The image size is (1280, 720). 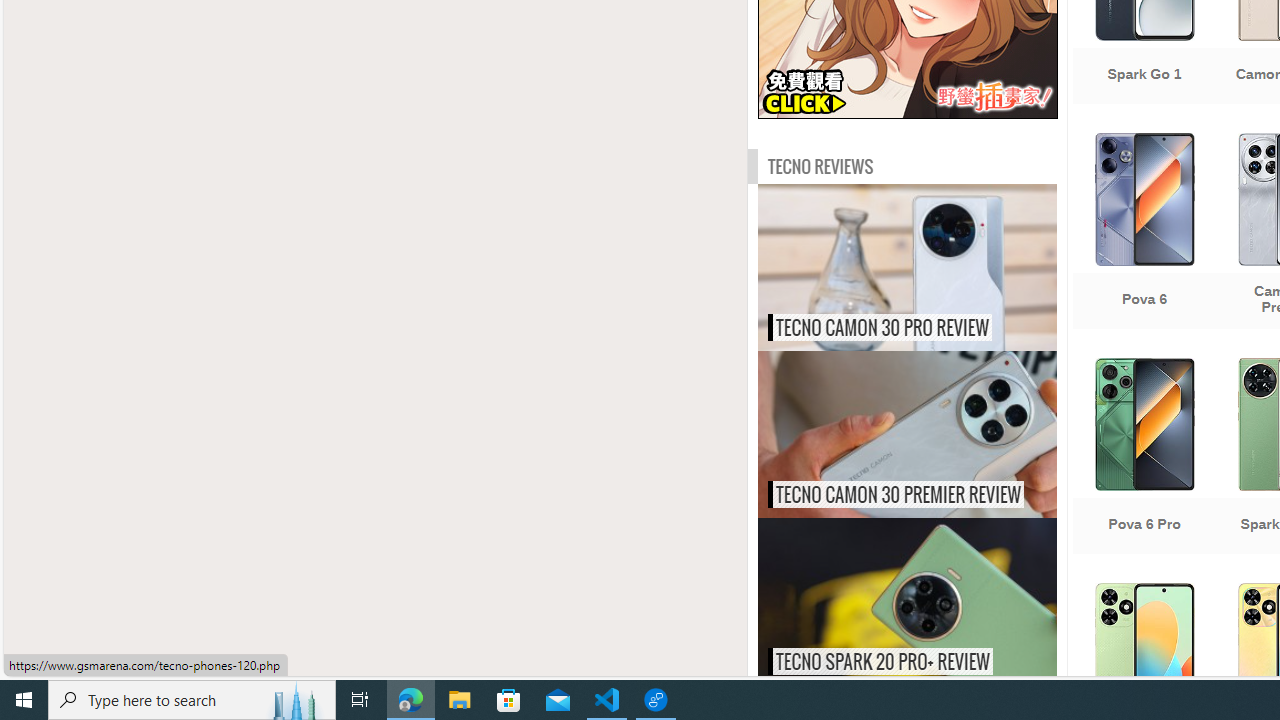 I want to click on 'Pova 6 Pro', so click(x=1144, y=458).